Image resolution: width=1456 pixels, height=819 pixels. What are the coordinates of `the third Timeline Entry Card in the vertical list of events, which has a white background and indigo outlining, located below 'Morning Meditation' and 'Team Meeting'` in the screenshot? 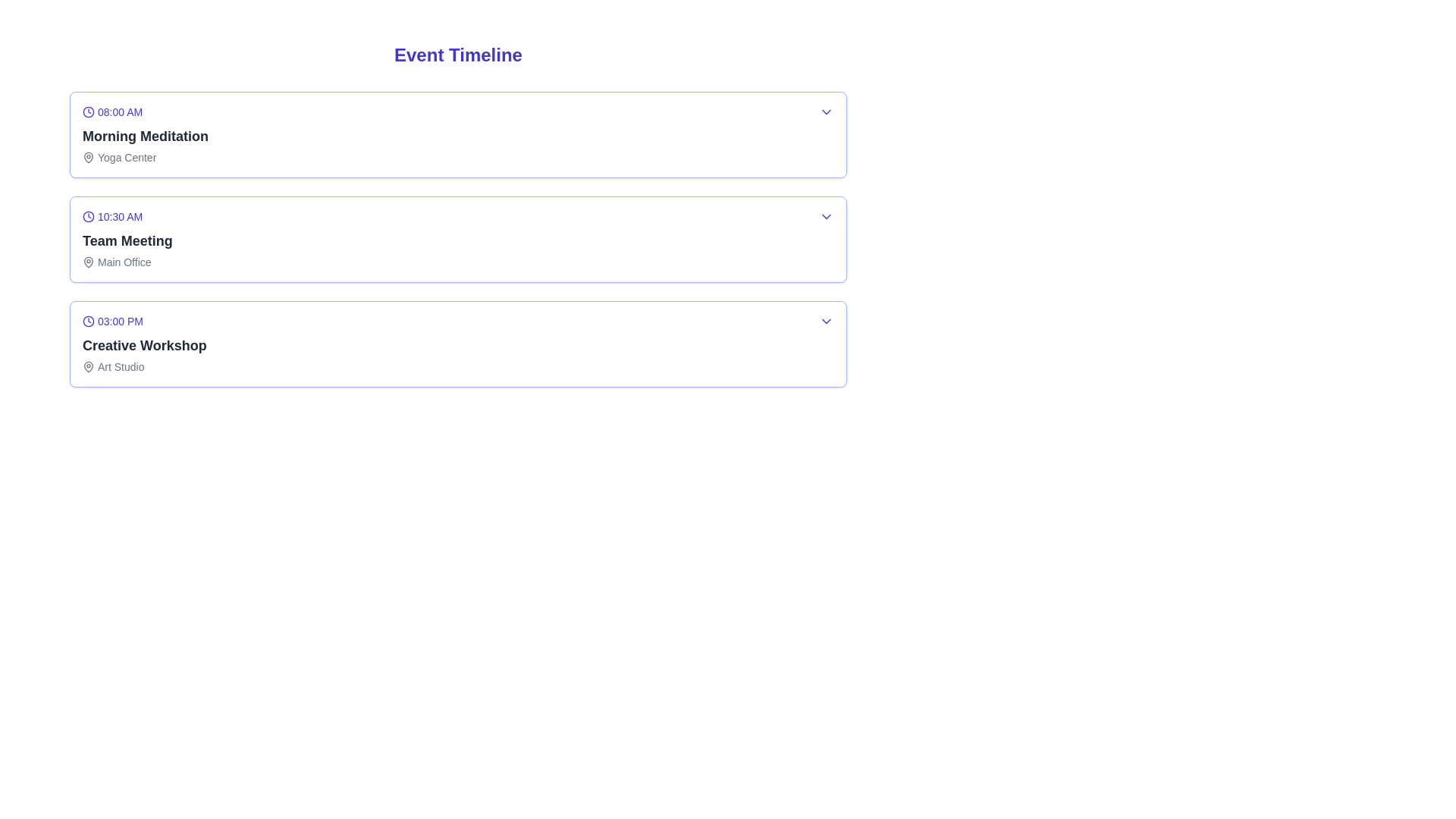 It's located at (457, 344).